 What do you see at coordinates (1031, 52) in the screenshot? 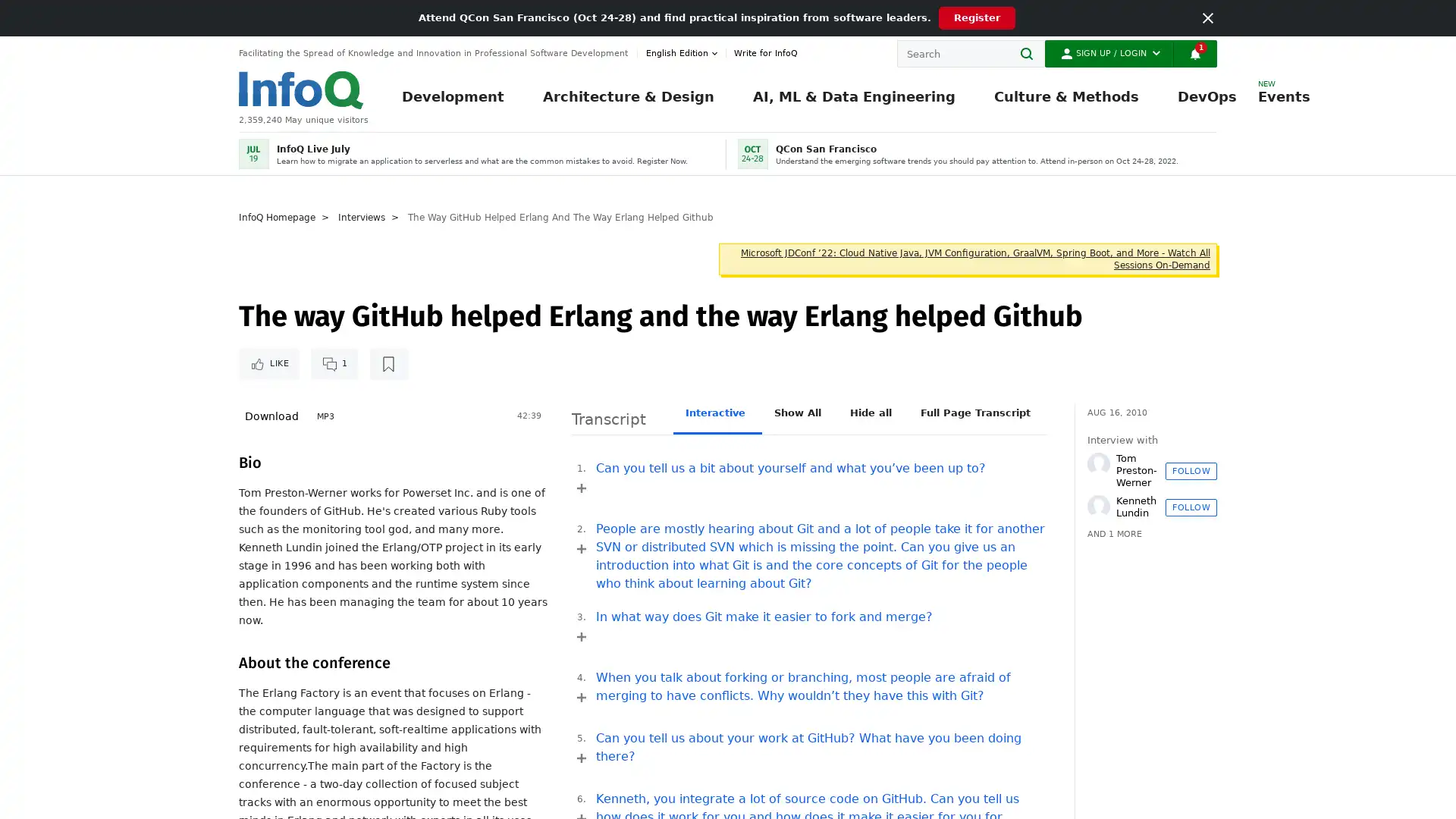
I see `Search` at bounding box center [1031, 52].